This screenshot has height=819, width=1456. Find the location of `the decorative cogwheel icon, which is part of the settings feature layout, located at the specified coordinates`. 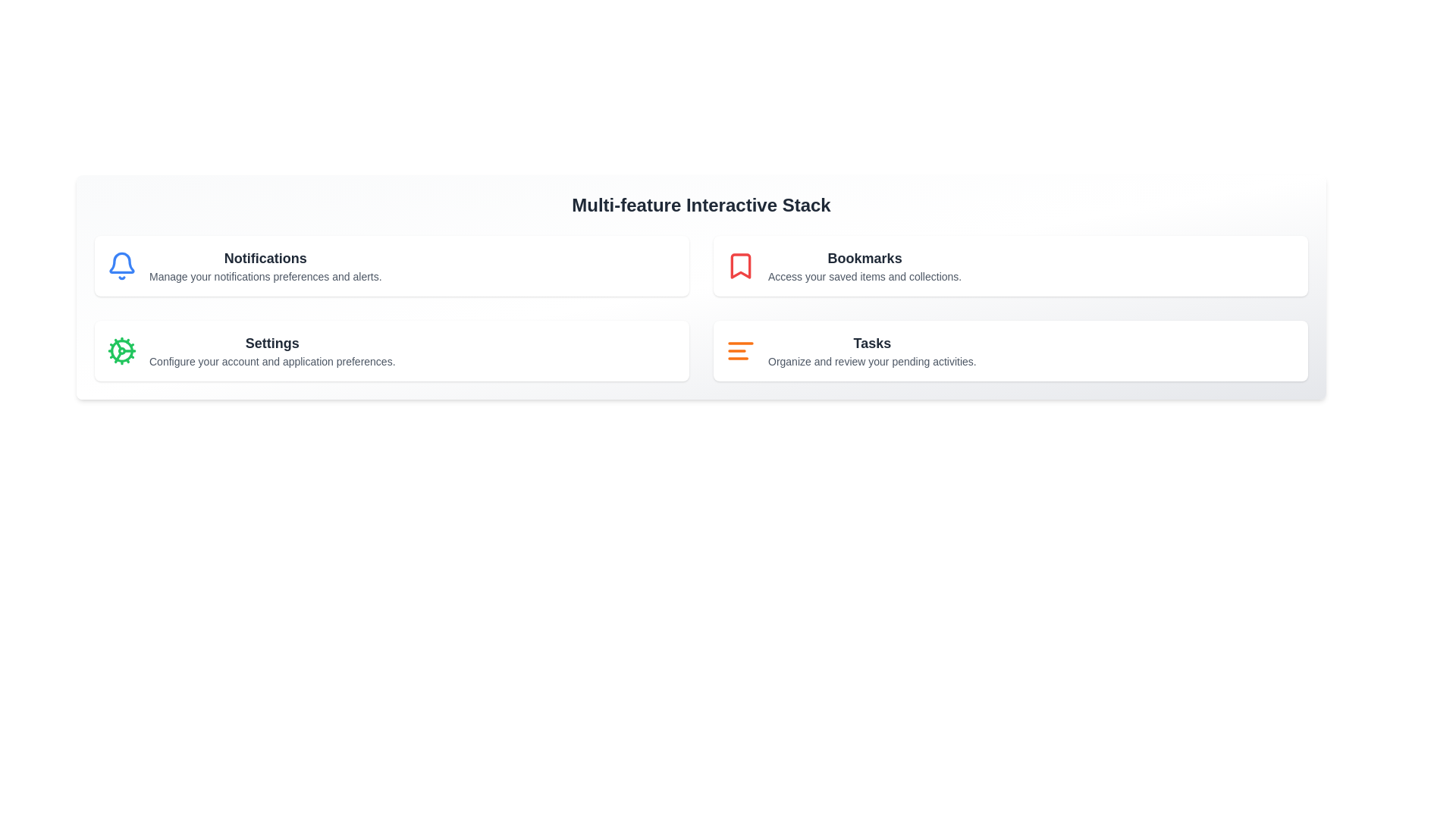

the decorative cogwheel icon, which is part of the settings feature layout, located at the specified coordinates is located at coordinates (118, 356).